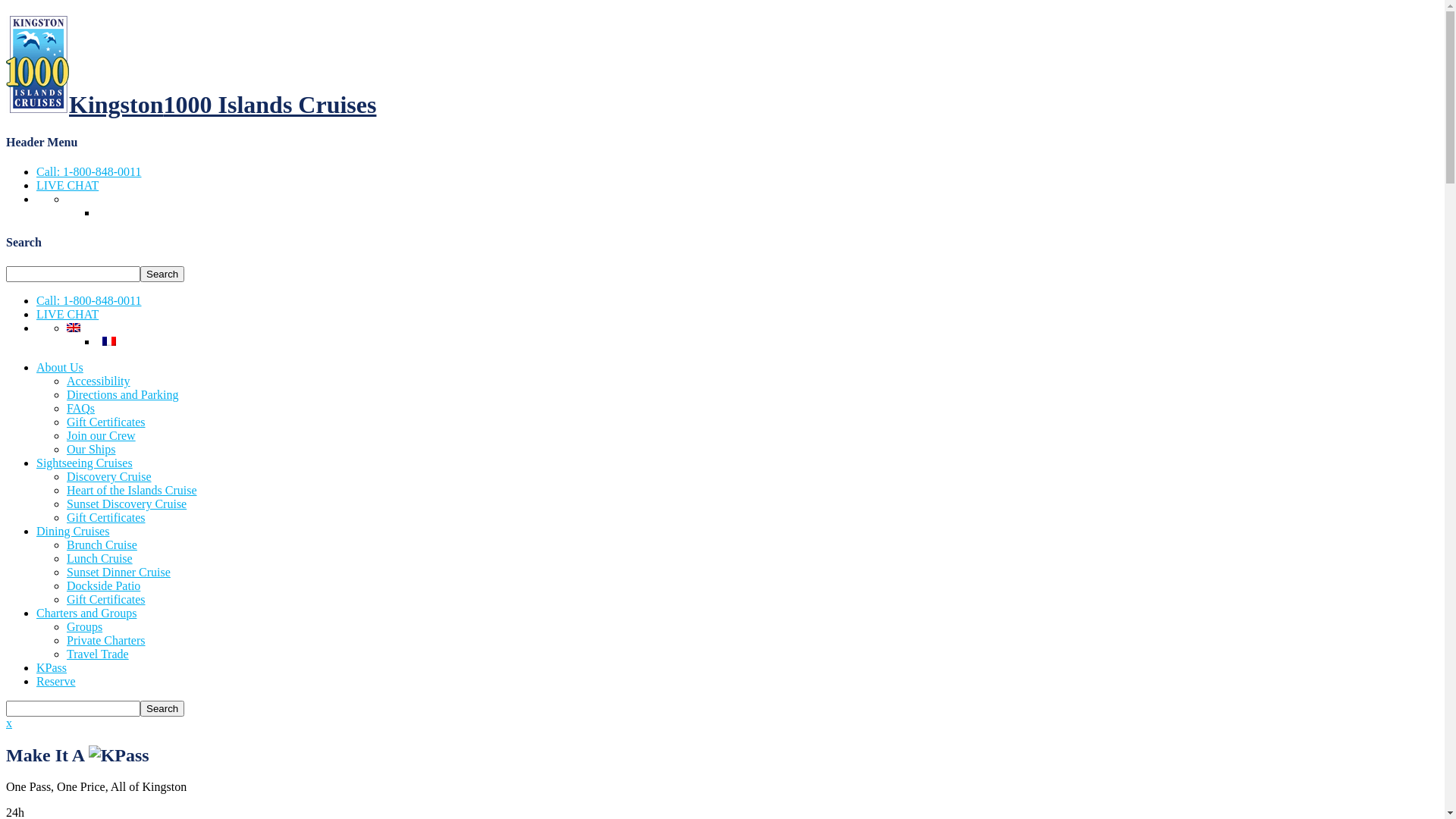  Describe the element at coordinates (88, 171) in the screenshot. I see `'Call: 1-800-848-0011'` at that location.